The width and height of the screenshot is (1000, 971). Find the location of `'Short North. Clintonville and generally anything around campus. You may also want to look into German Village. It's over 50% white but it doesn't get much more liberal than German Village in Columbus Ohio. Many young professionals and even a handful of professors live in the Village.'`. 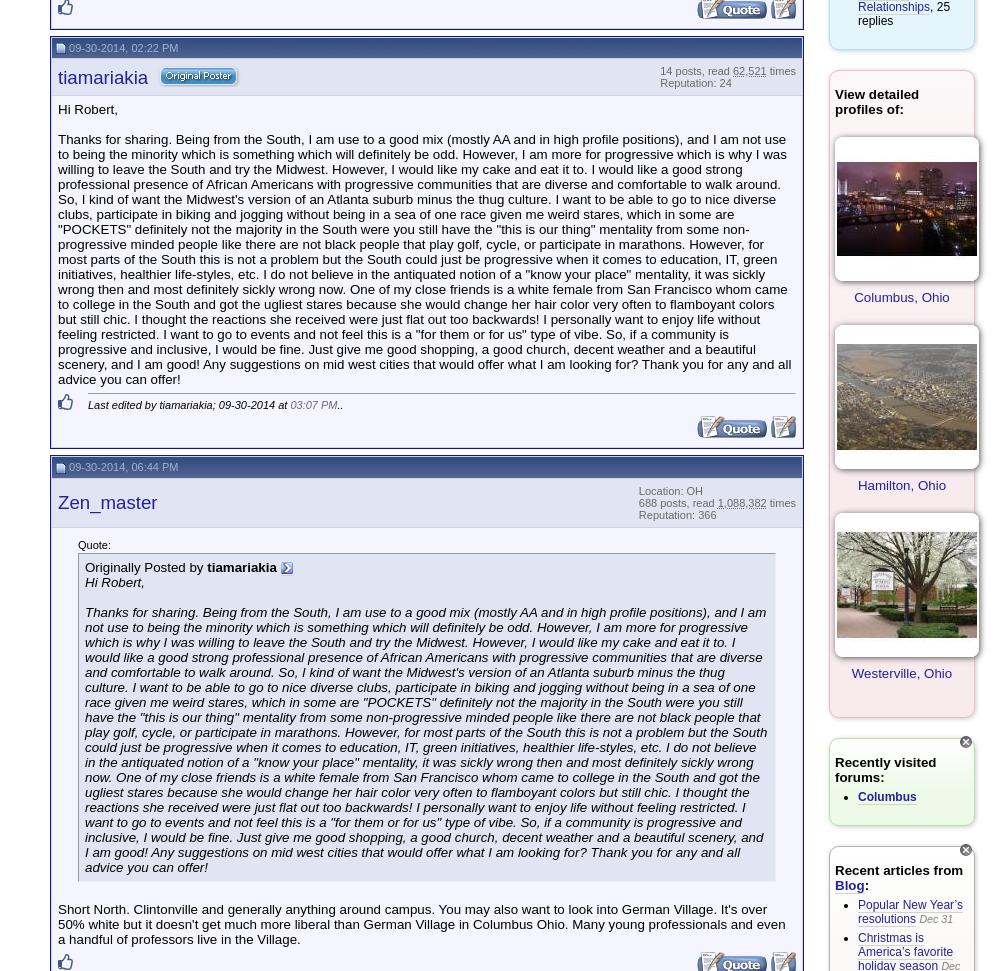

'Short North. Clintonville and generally anything around campus. You may also want to look into German Village. It's over 50% white but it doesn't get much more liberal than German Village in Columbus Ohio. Many young professionals and even a handful of professors live in the Village.' is located at coordinates (421, 922).